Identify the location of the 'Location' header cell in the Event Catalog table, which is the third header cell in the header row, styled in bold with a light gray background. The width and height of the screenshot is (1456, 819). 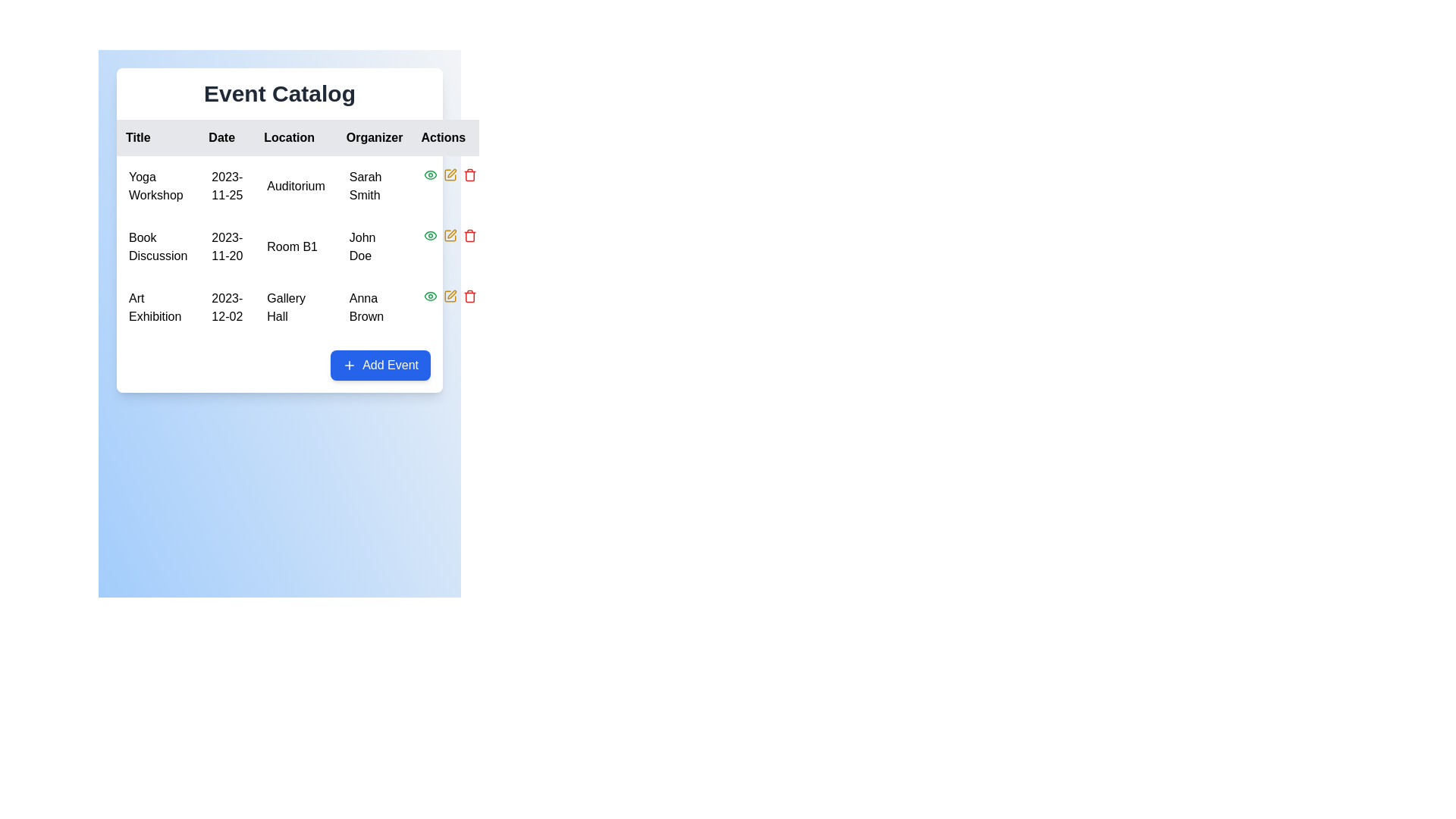
(303, 137).